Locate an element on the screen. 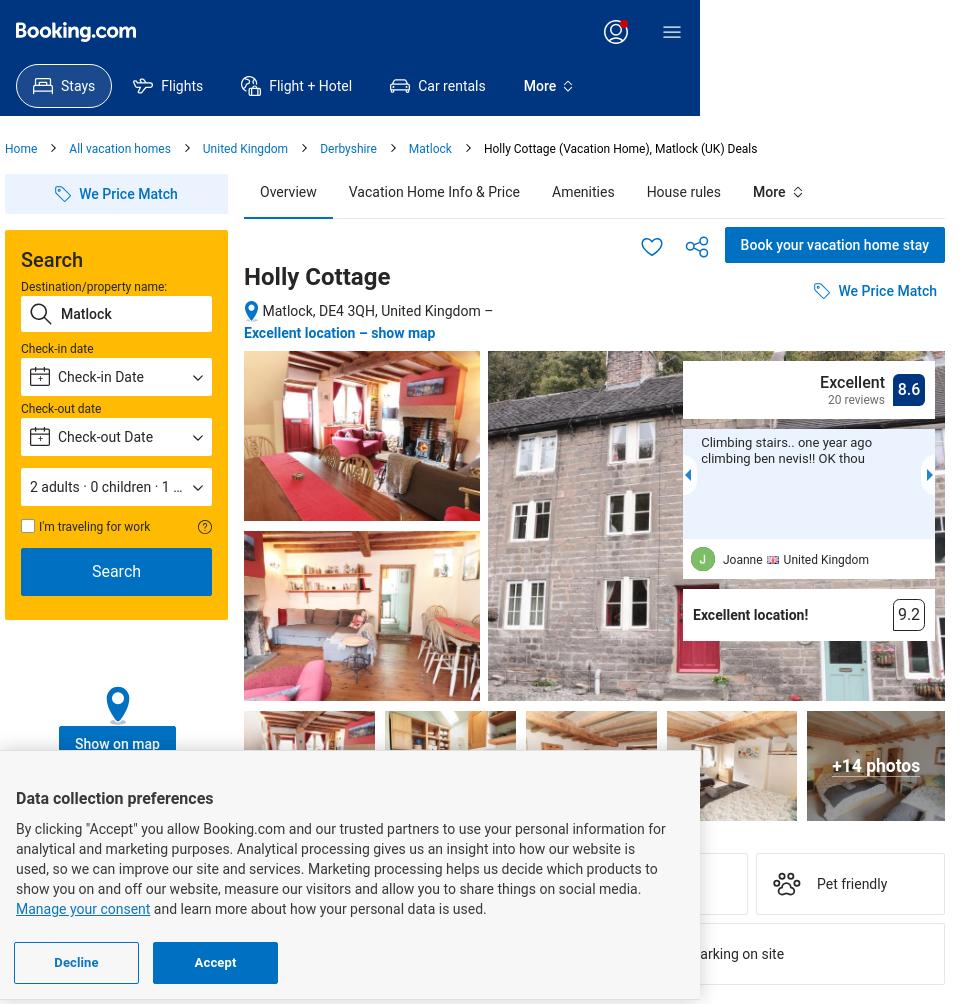 Image resolution: width=969 pixels, height=1004 pixels. 'Amenities' is located at coordinates (582, 190).